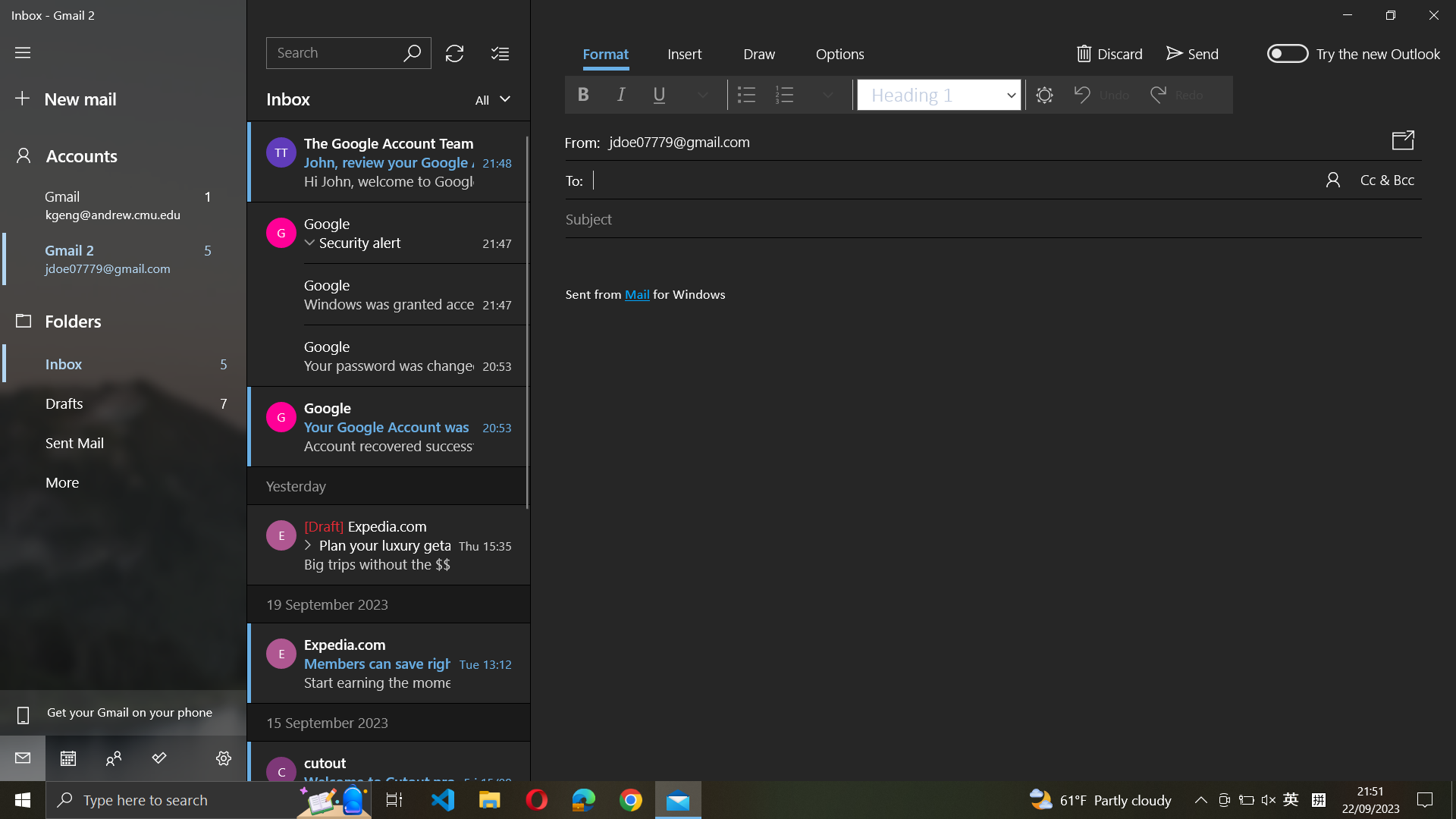 This screenshot has width=1456, height=819. I want to click on Search for emails from Google, so click(348, 52).